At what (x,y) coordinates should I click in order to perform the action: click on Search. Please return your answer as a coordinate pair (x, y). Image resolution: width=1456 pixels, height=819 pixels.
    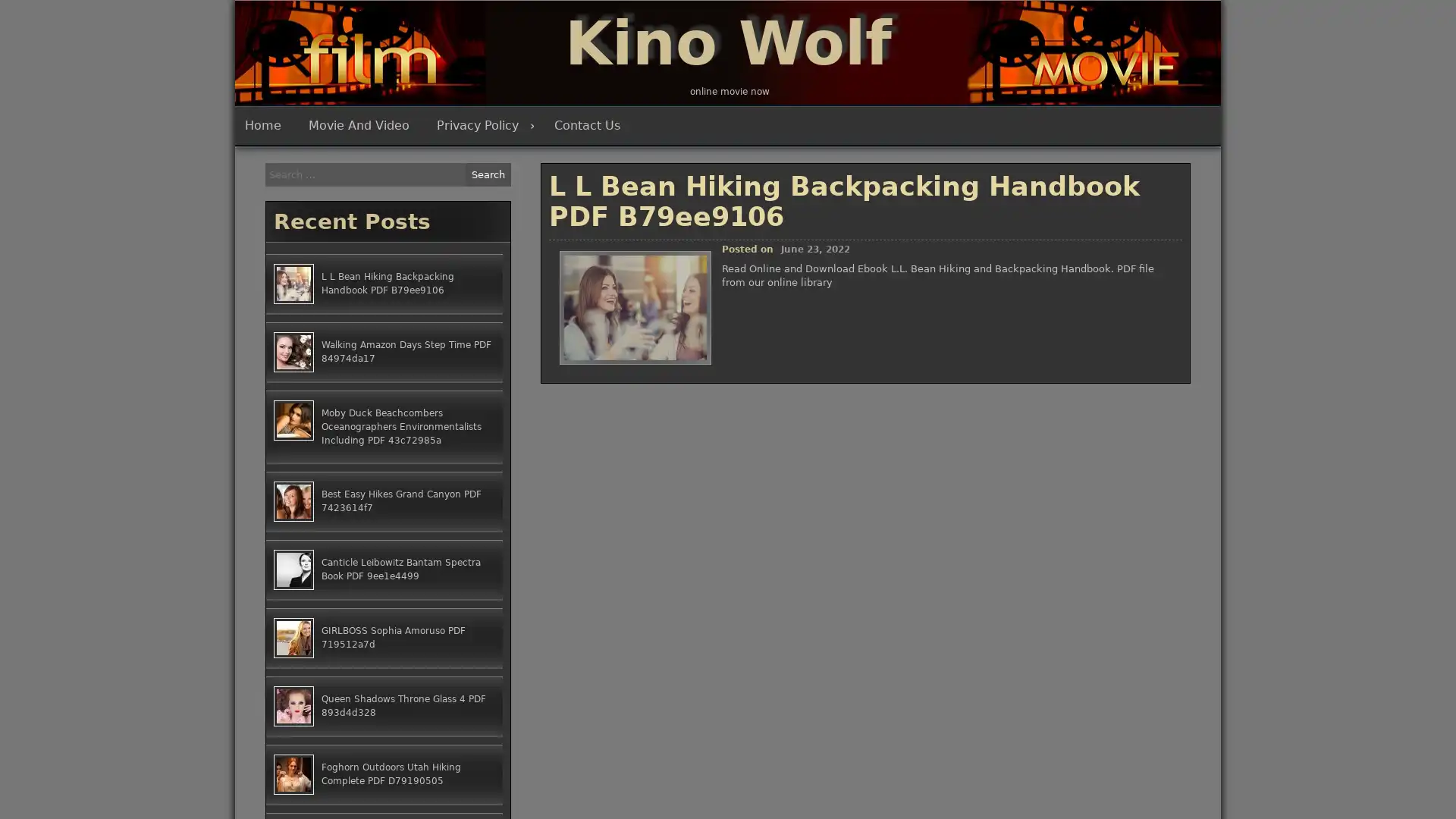
    Looking at the image, I should click on (488, 174).